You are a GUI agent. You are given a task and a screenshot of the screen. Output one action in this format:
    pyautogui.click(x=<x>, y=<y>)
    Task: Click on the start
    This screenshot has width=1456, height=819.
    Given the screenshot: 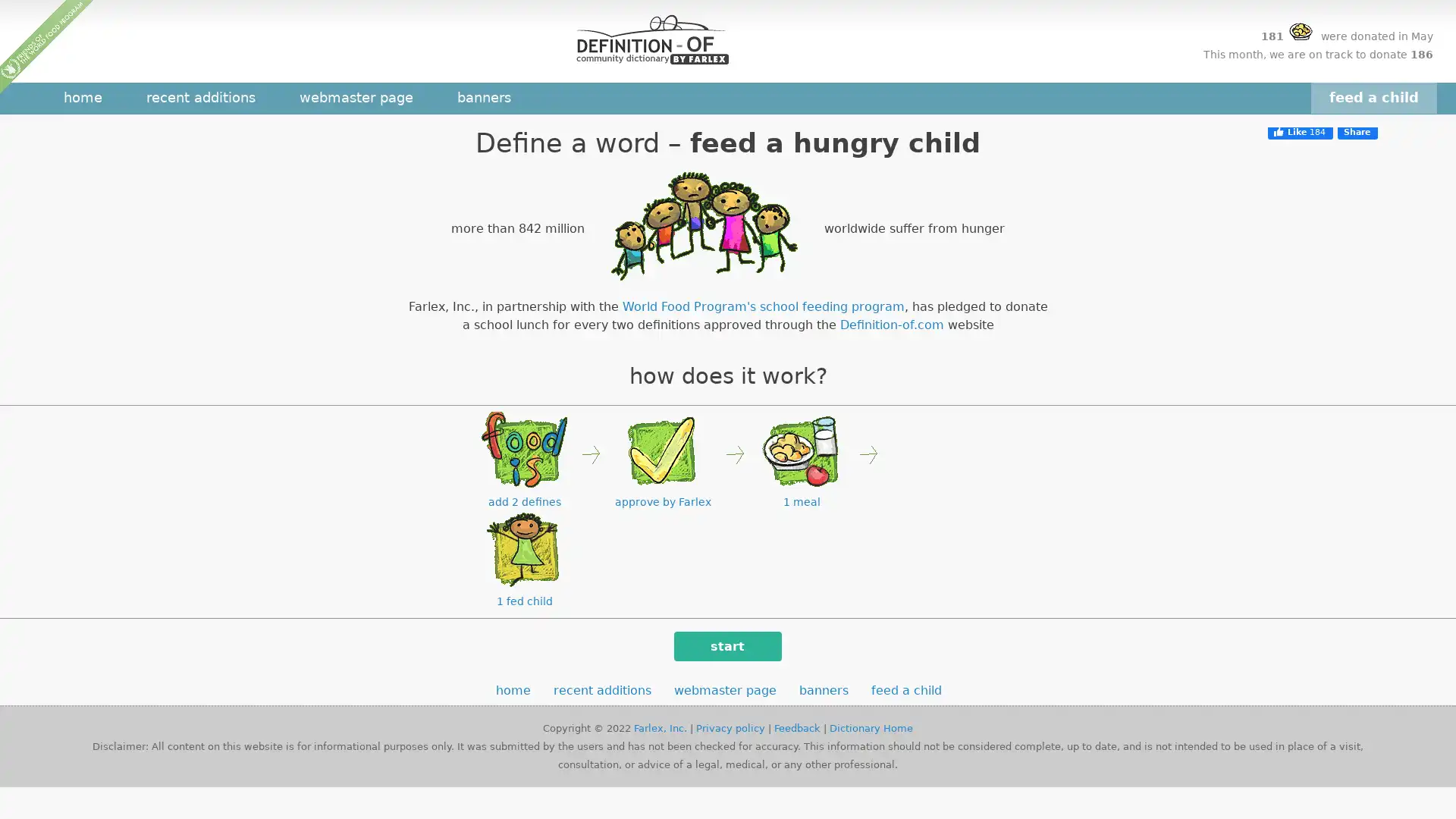 What is the action you would take?
    pyautogui.click(x=726, y=646)
    